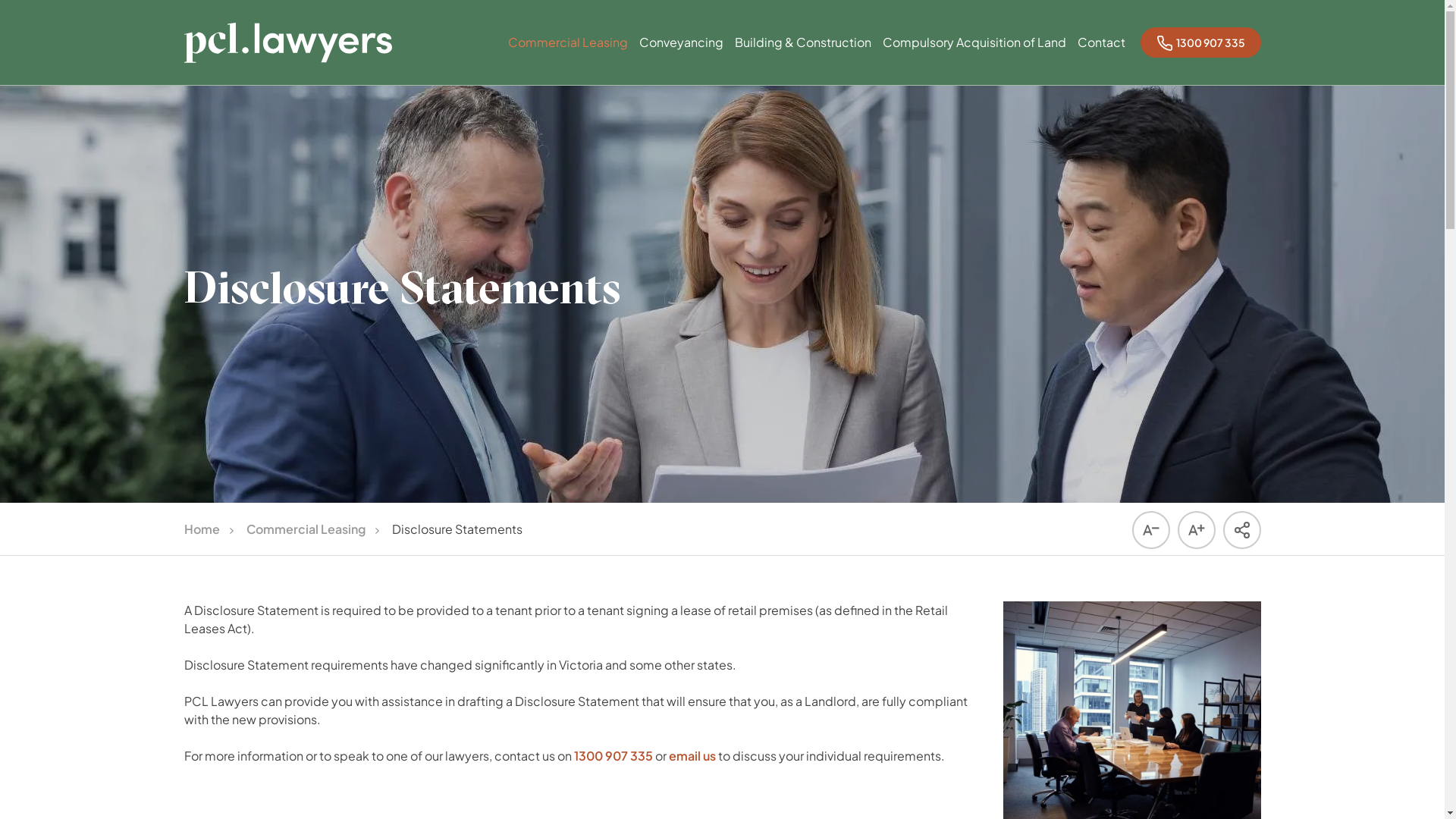 The image size is (1456, 819). What do you see at coordinates (801, 56) in the screenshot?
I see `'Building & Construction'` at bounding box center [801, 56].